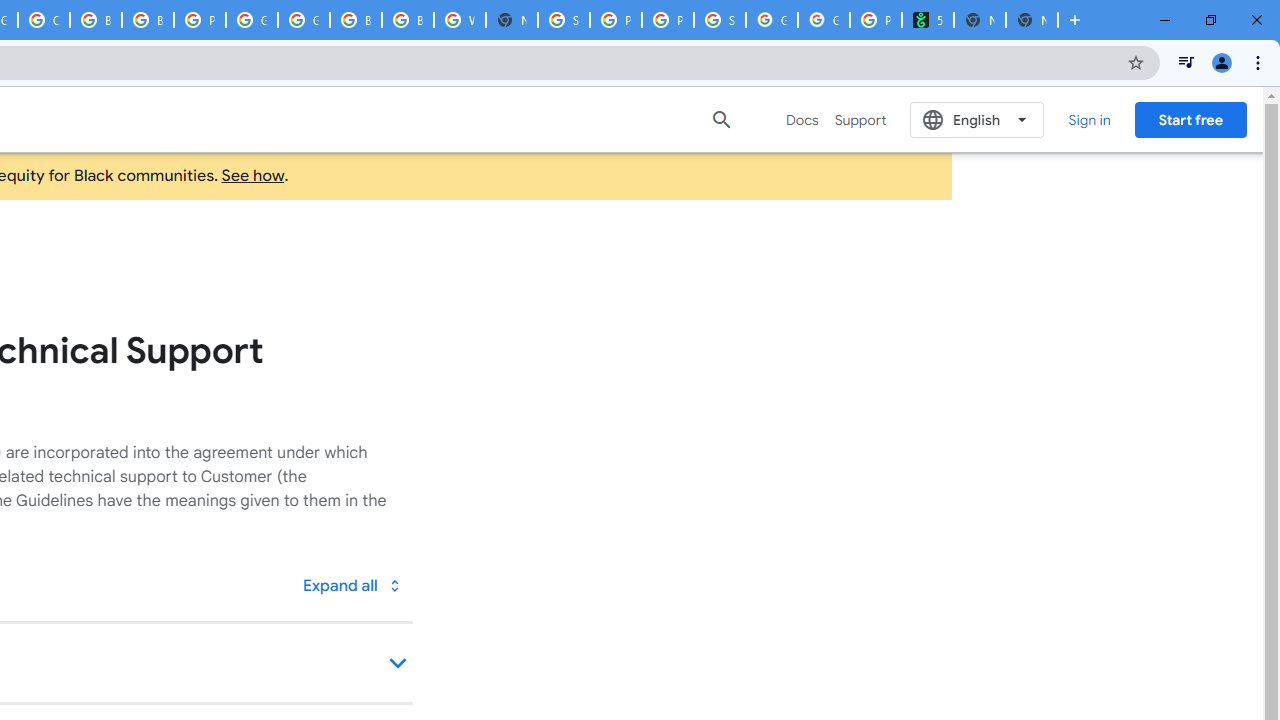 The height and width of the screenshot is (720, 1280). Describe the element at coordinates (351, 585) in the screenshot. I see `'Toggle all'` at that location.